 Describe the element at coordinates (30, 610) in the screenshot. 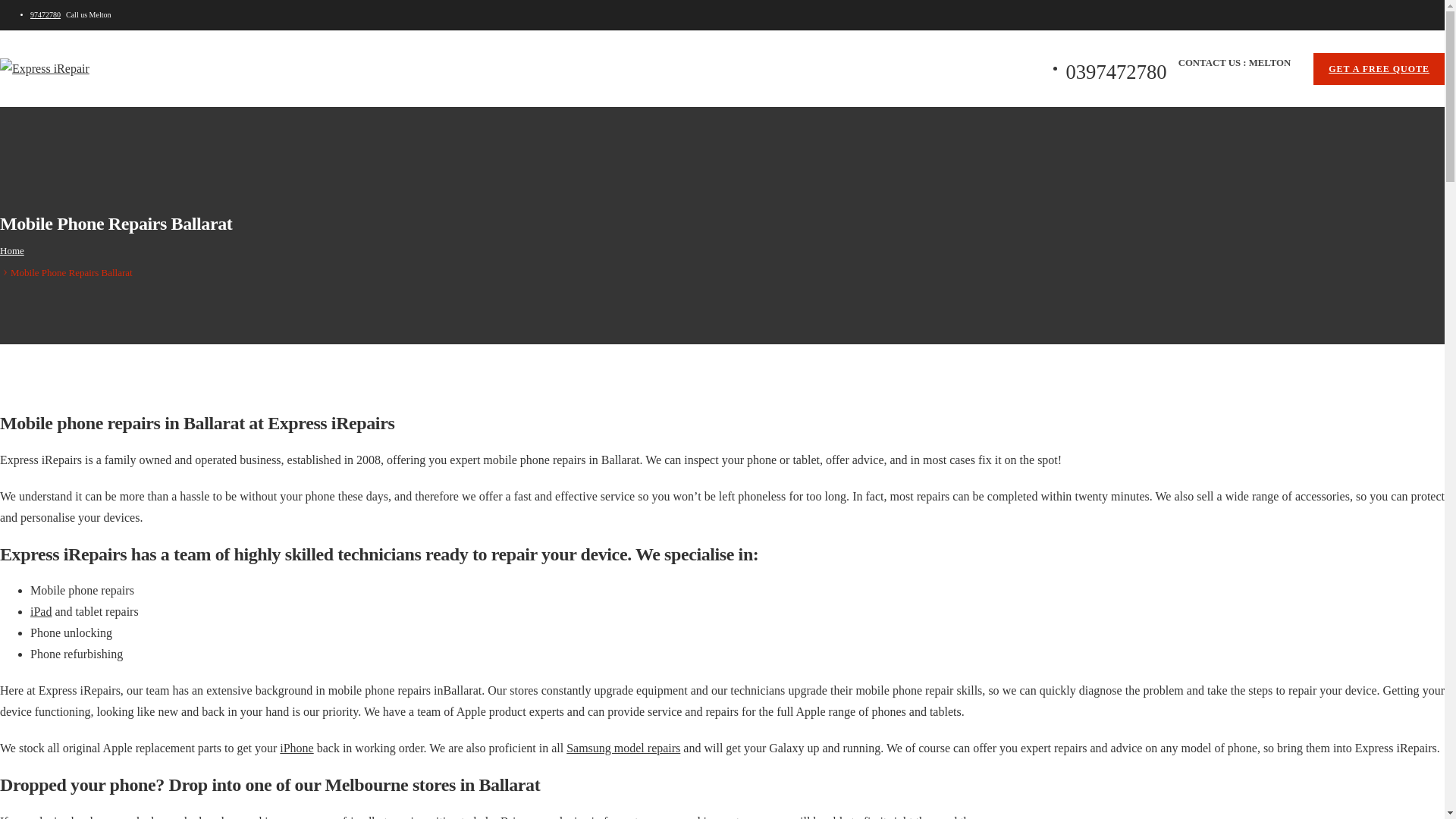

I see `'iPad'` at that location.